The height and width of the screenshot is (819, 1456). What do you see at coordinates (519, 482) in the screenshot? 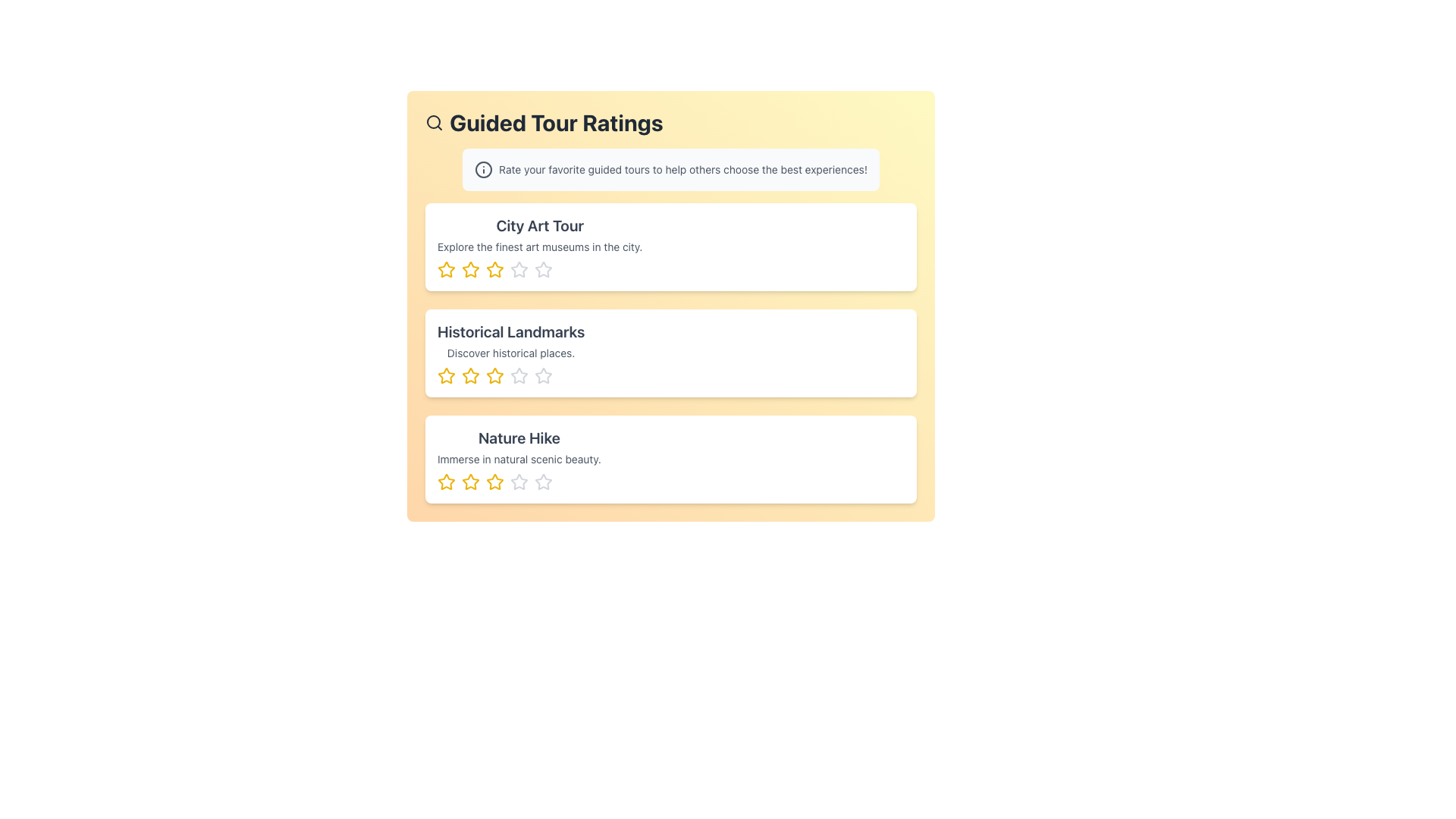
I see `the fourth Rating Star icon button to provide a rating for the 'Nature Hike' entry` at bounding box center [519, 482].